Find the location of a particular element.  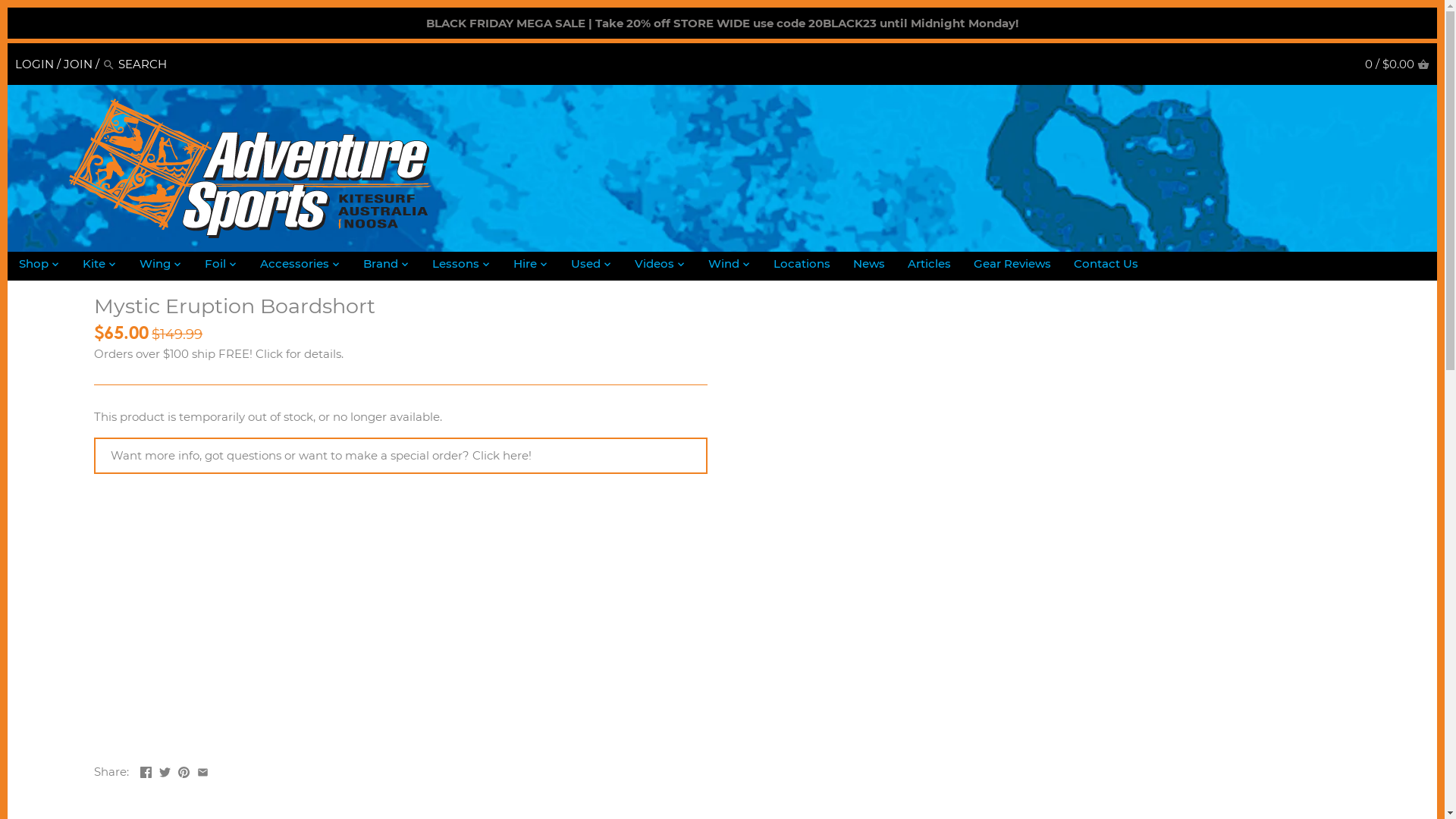

'Shop' is located at coordinates (7, 265).